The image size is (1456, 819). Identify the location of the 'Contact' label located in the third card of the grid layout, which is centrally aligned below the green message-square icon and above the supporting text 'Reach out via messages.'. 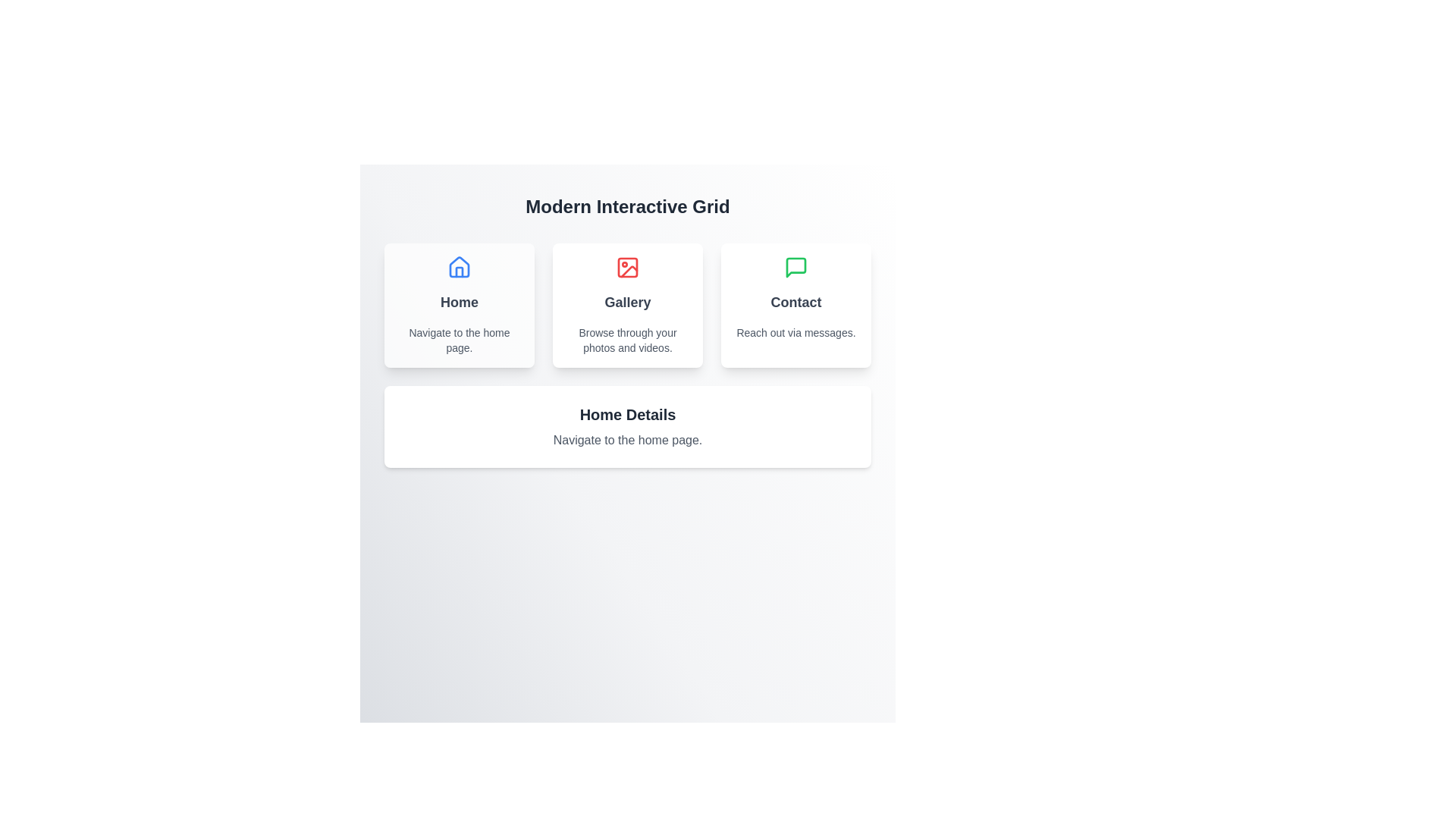
(795, 302).